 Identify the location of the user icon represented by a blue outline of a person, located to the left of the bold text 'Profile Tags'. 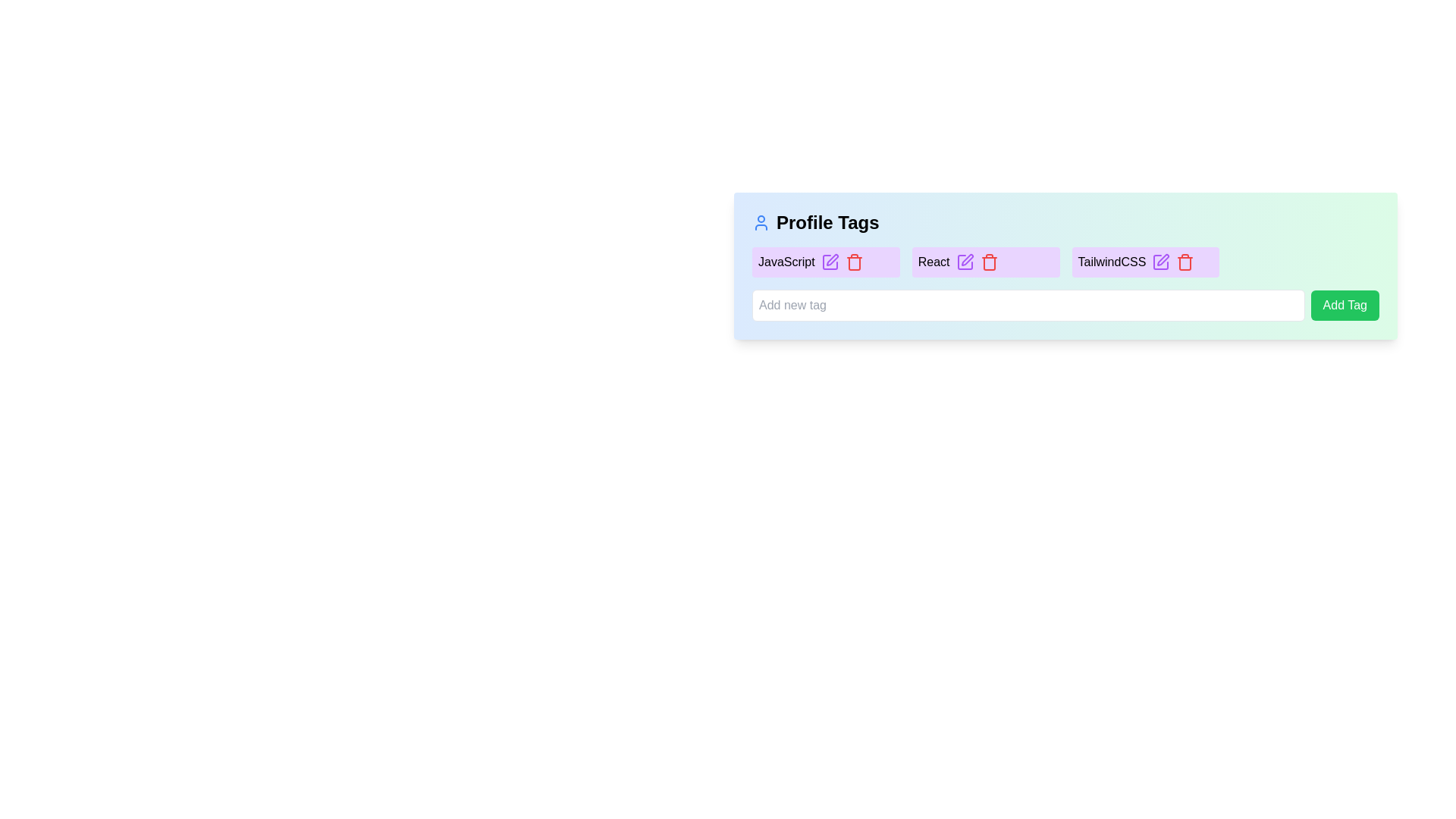
(761, 222).